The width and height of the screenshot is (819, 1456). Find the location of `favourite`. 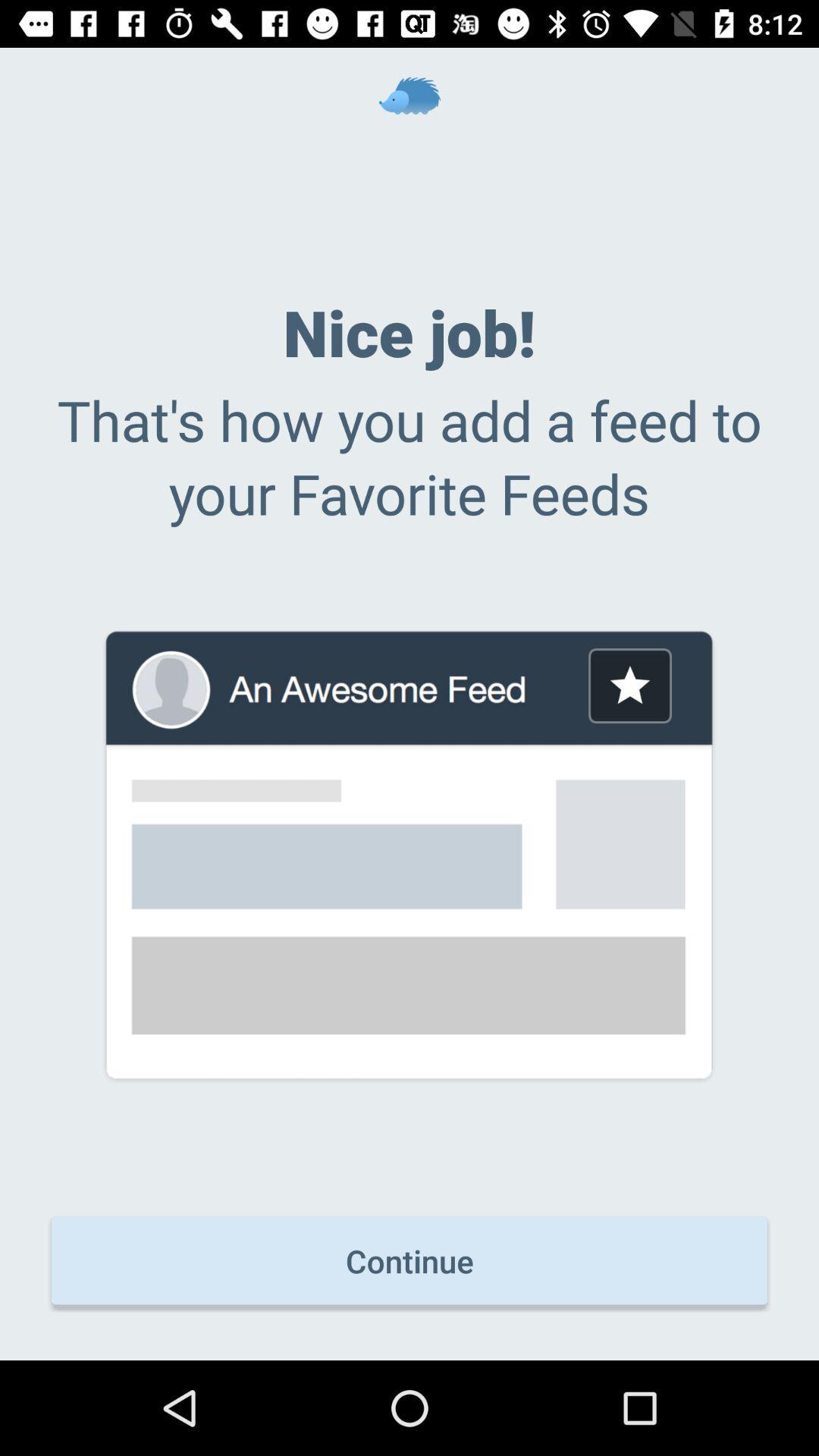

favourite is located at coordinates (629, 685).